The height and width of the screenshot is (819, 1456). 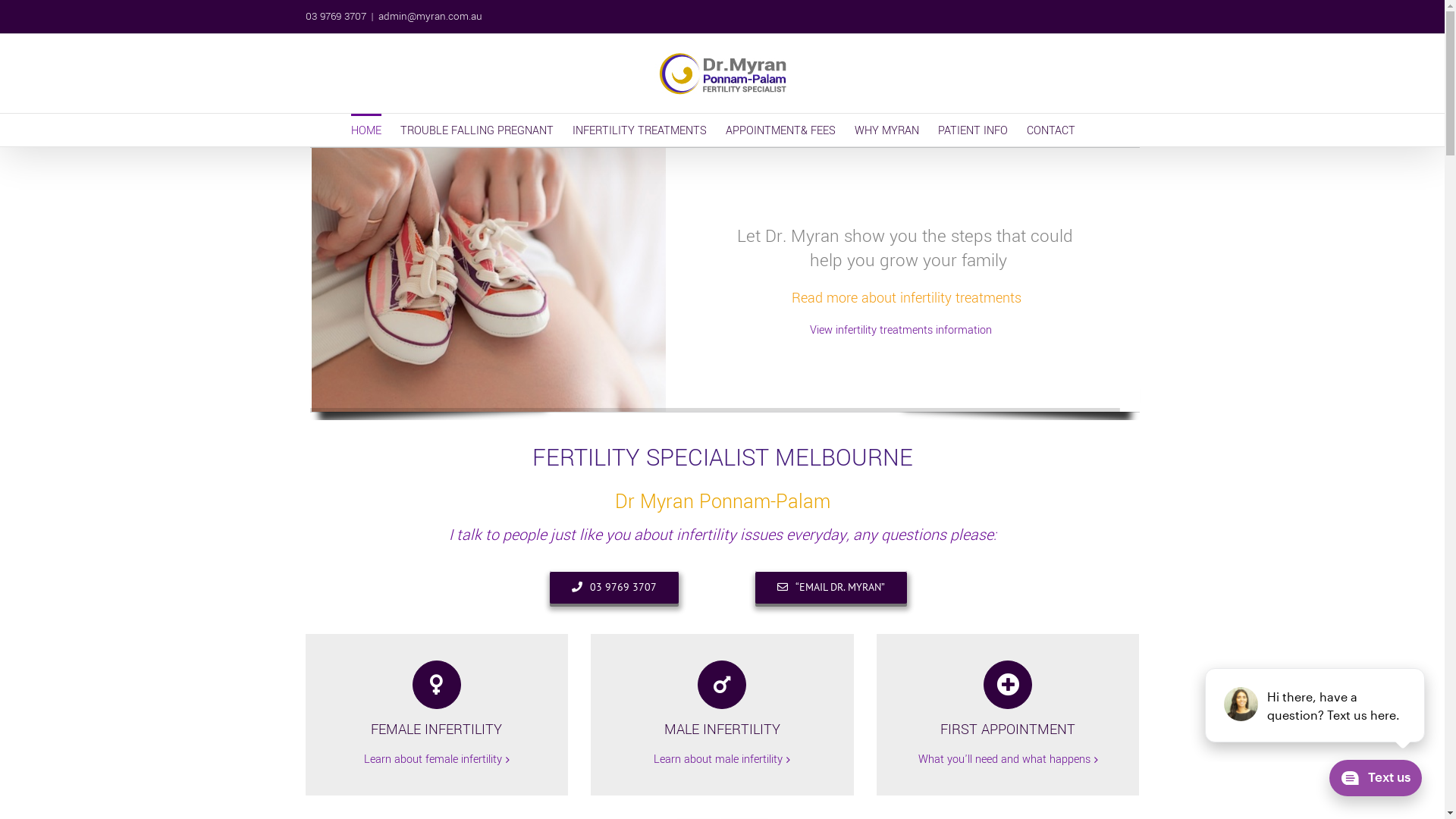 What do you see at coordinates (971, 129) in the screenshot?
I see `'PATIENT INFO'` at bounding box center [971, 129].